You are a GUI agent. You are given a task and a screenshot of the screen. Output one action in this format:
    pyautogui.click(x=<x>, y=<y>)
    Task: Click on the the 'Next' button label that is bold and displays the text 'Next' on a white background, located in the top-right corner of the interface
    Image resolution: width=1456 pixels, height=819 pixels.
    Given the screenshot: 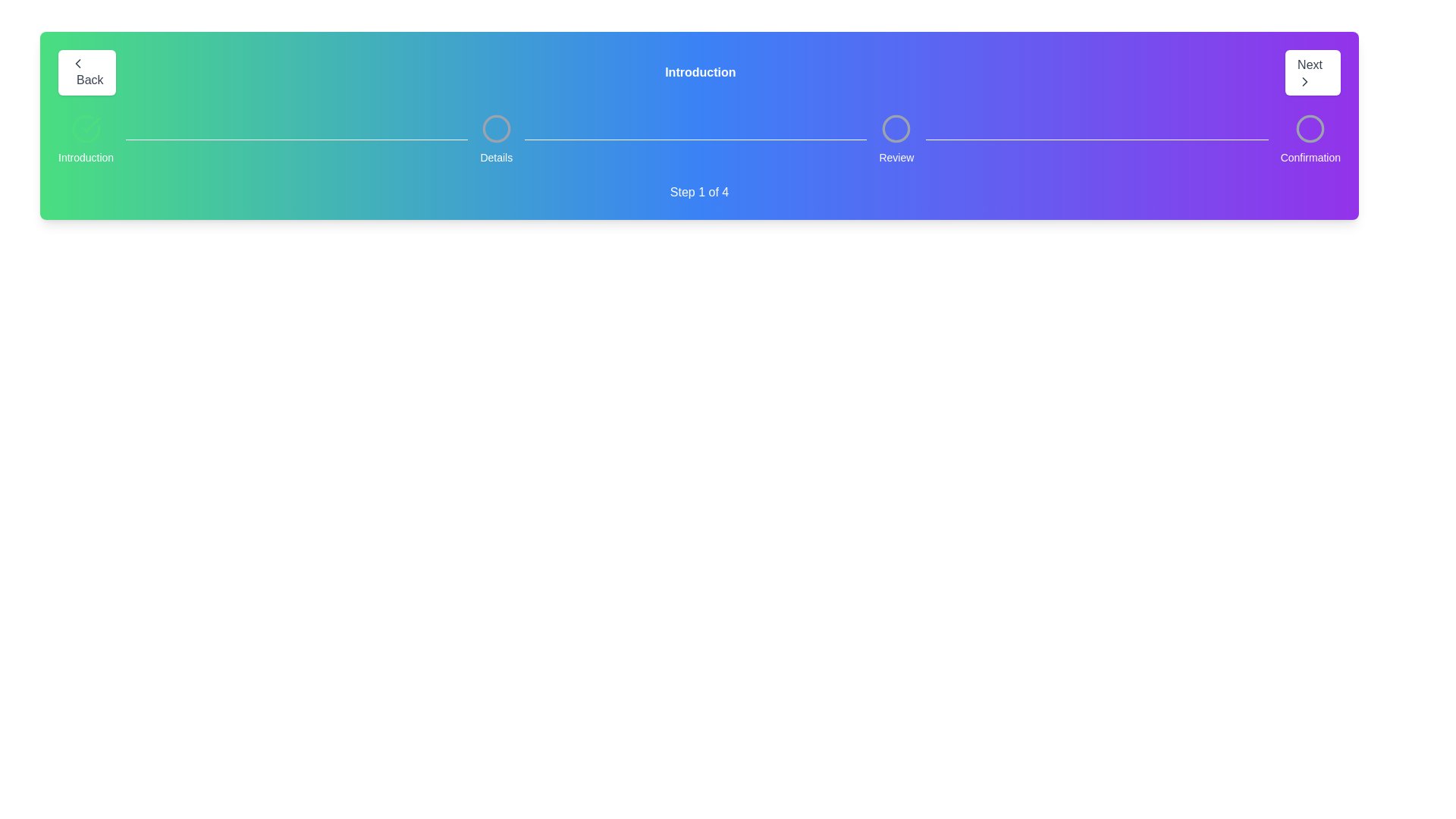 What is the action you would take?
    pyautogui.click(x=1309, y=64)
    